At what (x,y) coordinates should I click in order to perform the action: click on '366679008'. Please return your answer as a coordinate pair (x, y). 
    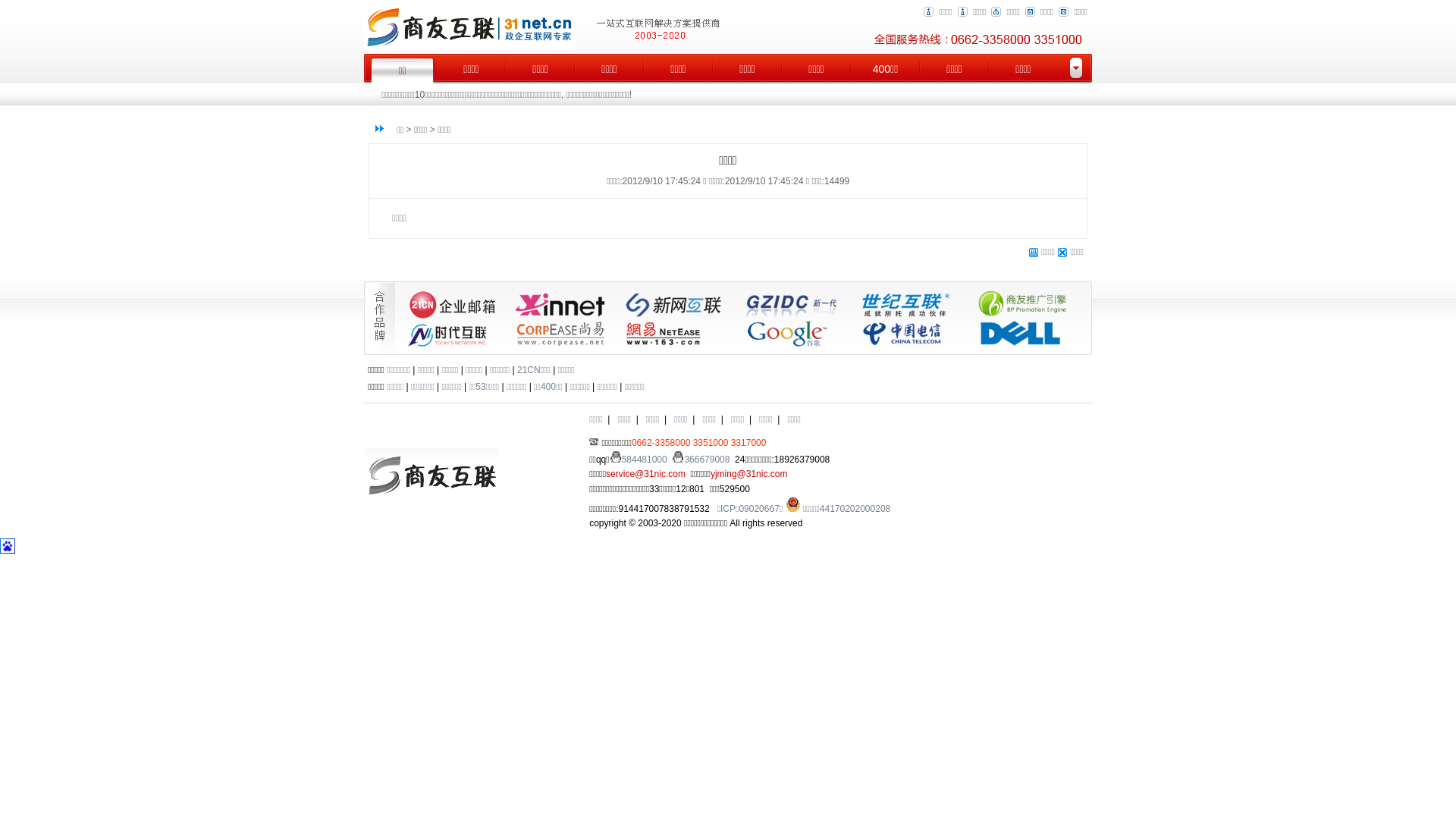
    Looking at the image, I should click on (700, 458).